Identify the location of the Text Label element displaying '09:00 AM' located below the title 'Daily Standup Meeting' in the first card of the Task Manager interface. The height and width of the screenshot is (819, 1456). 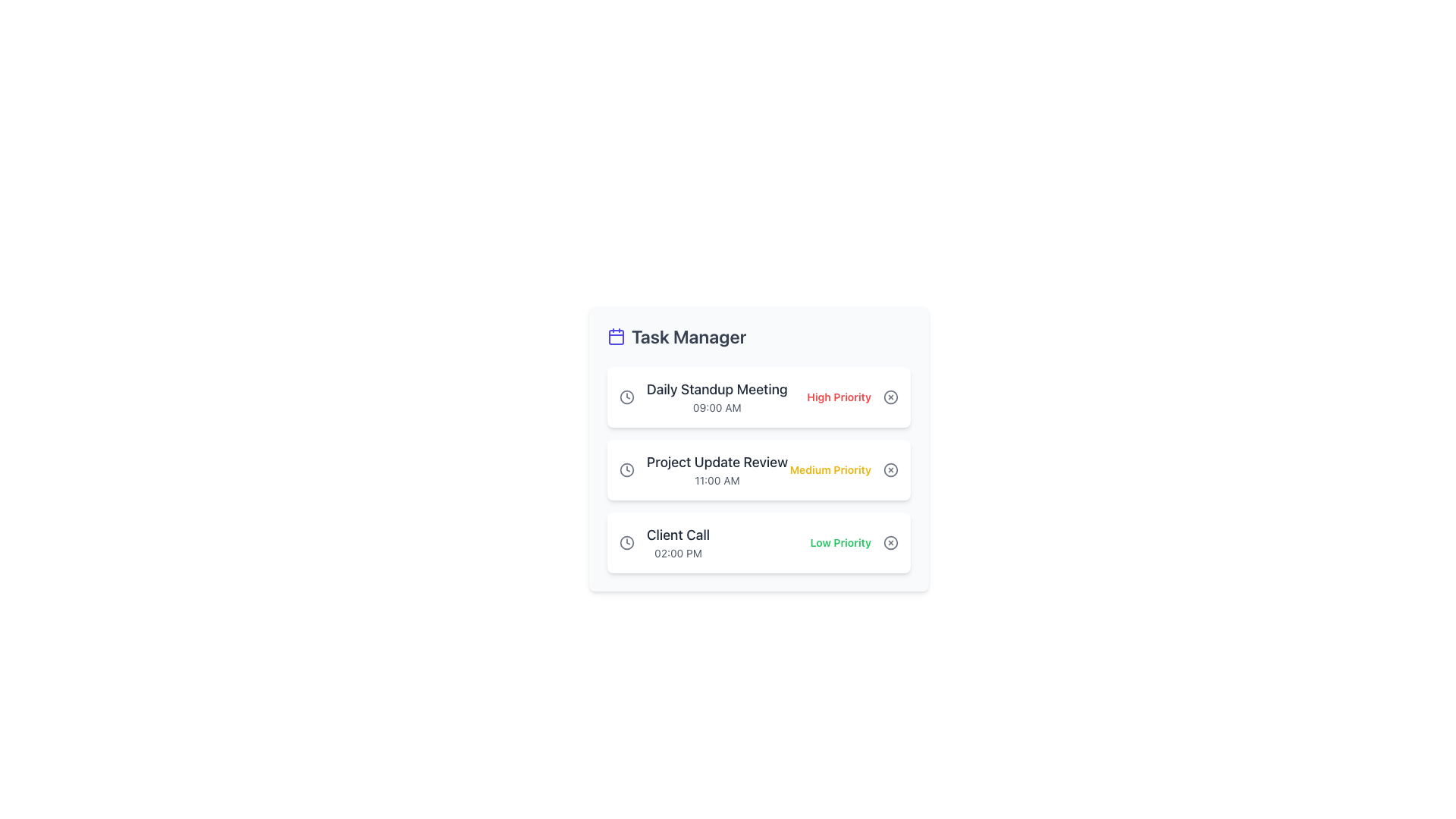
(716, 406).